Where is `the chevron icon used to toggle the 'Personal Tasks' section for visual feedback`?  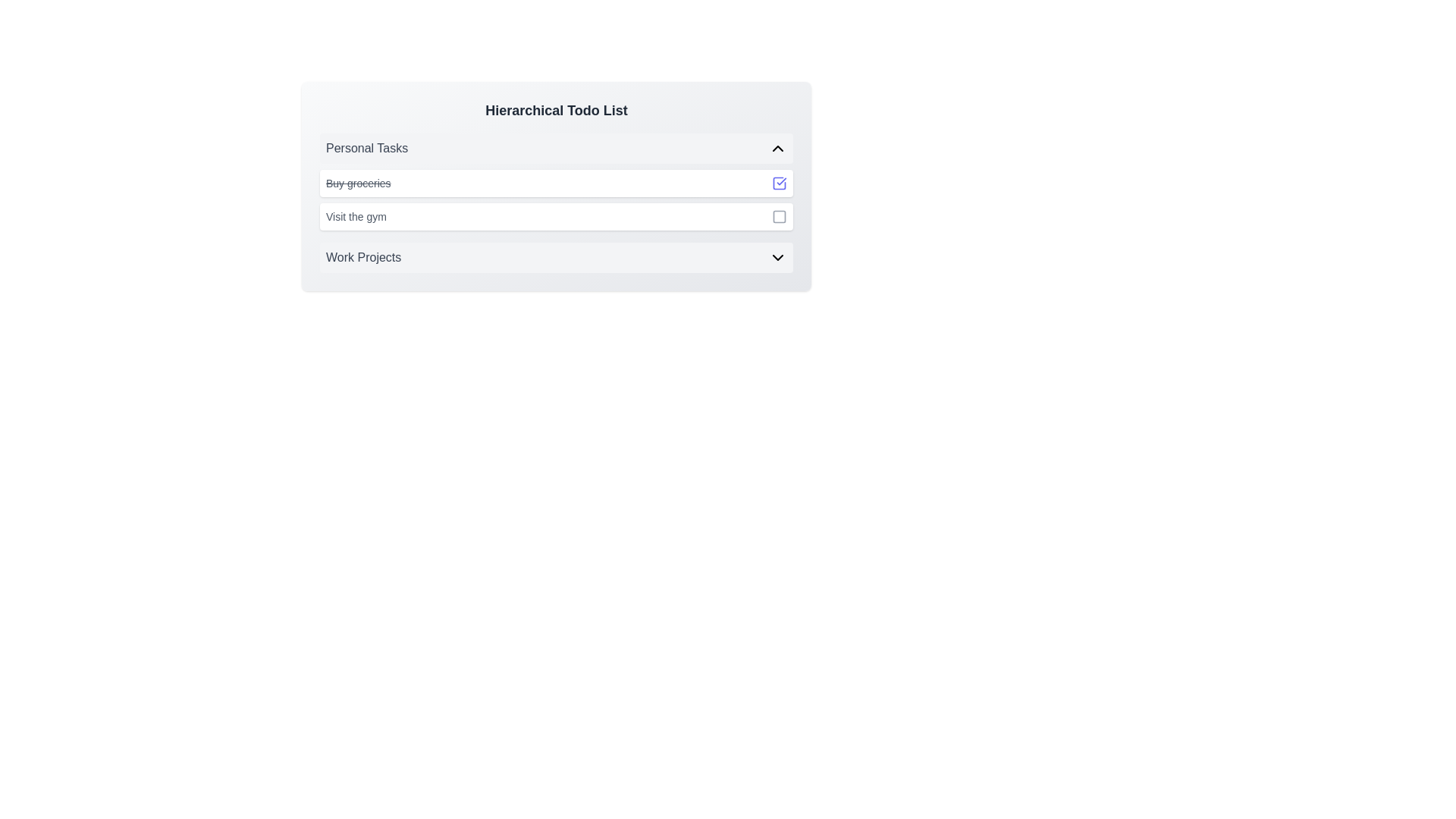 the chevron icon used to toggle the 'Personal Tasks' section for visual feedback is located at coordinates (778, 149).